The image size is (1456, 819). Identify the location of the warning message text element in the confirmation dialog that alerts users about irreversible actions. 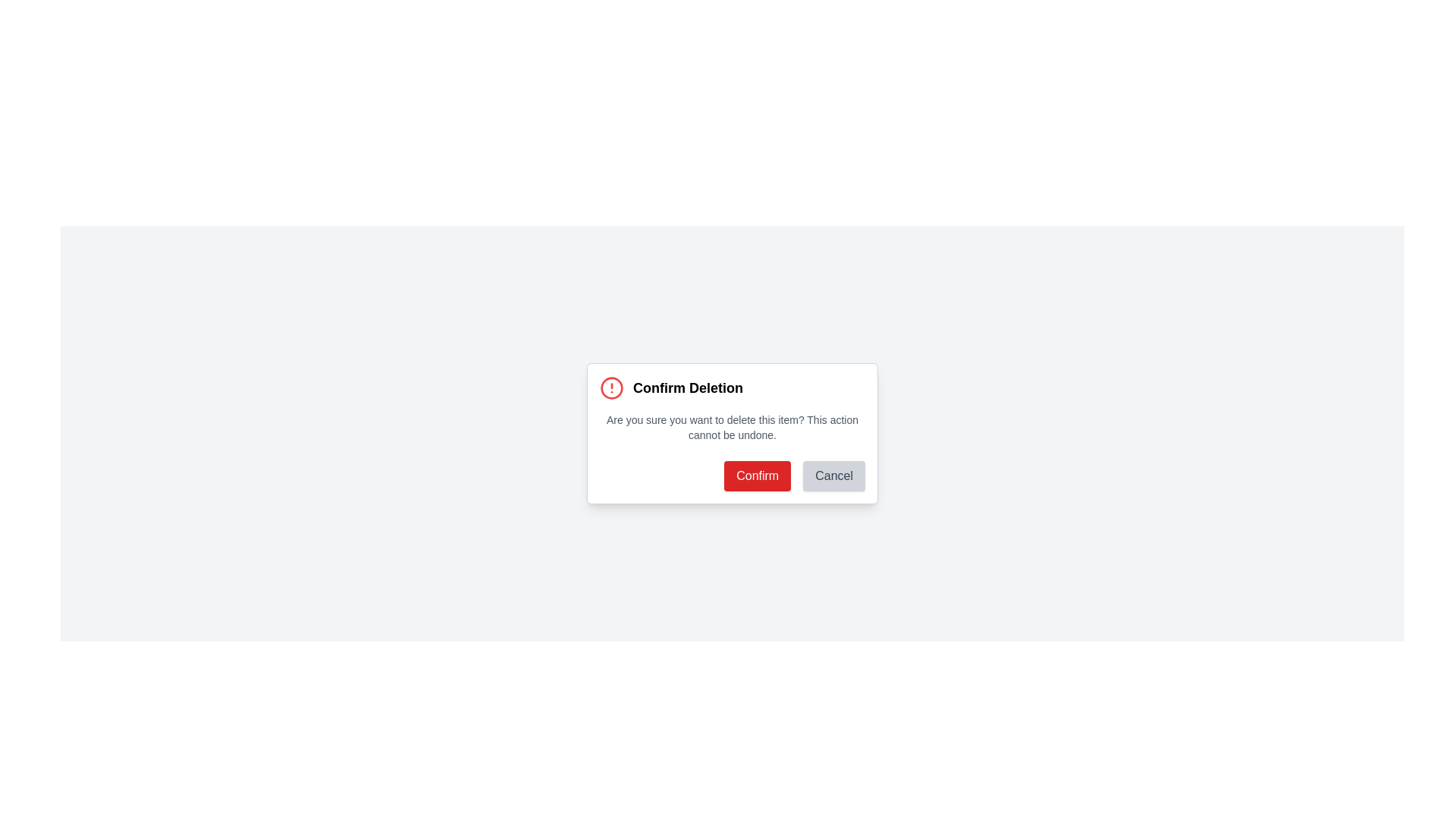
(732, 427).